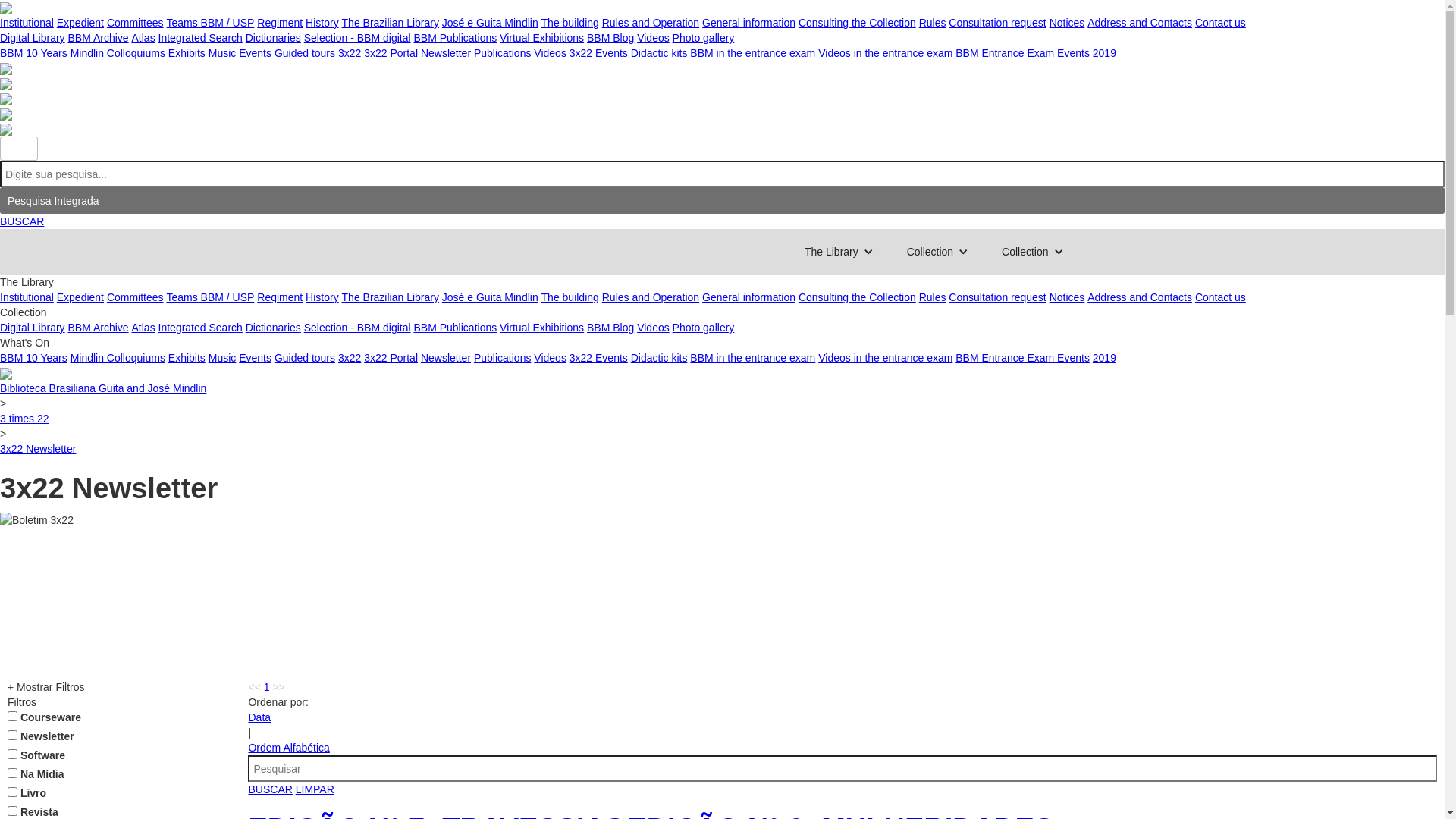 This screenshot has width=1456, height=819. I want to click on 'Publications', so click(502, 52).